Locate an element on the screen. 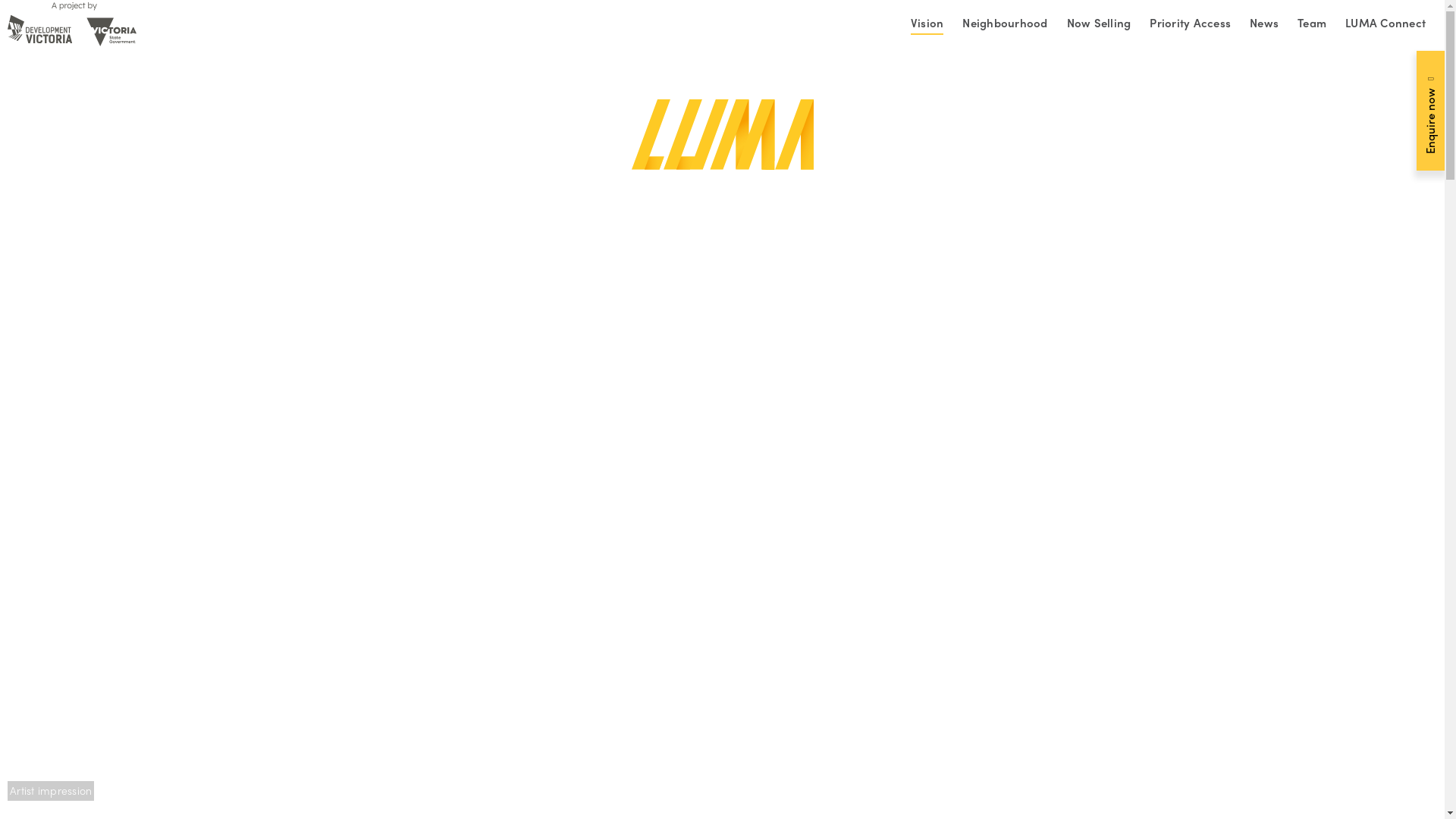 This screenshot has height=819, width=1456. 'LUMA Connect' is located at coordinates (1385, 25).